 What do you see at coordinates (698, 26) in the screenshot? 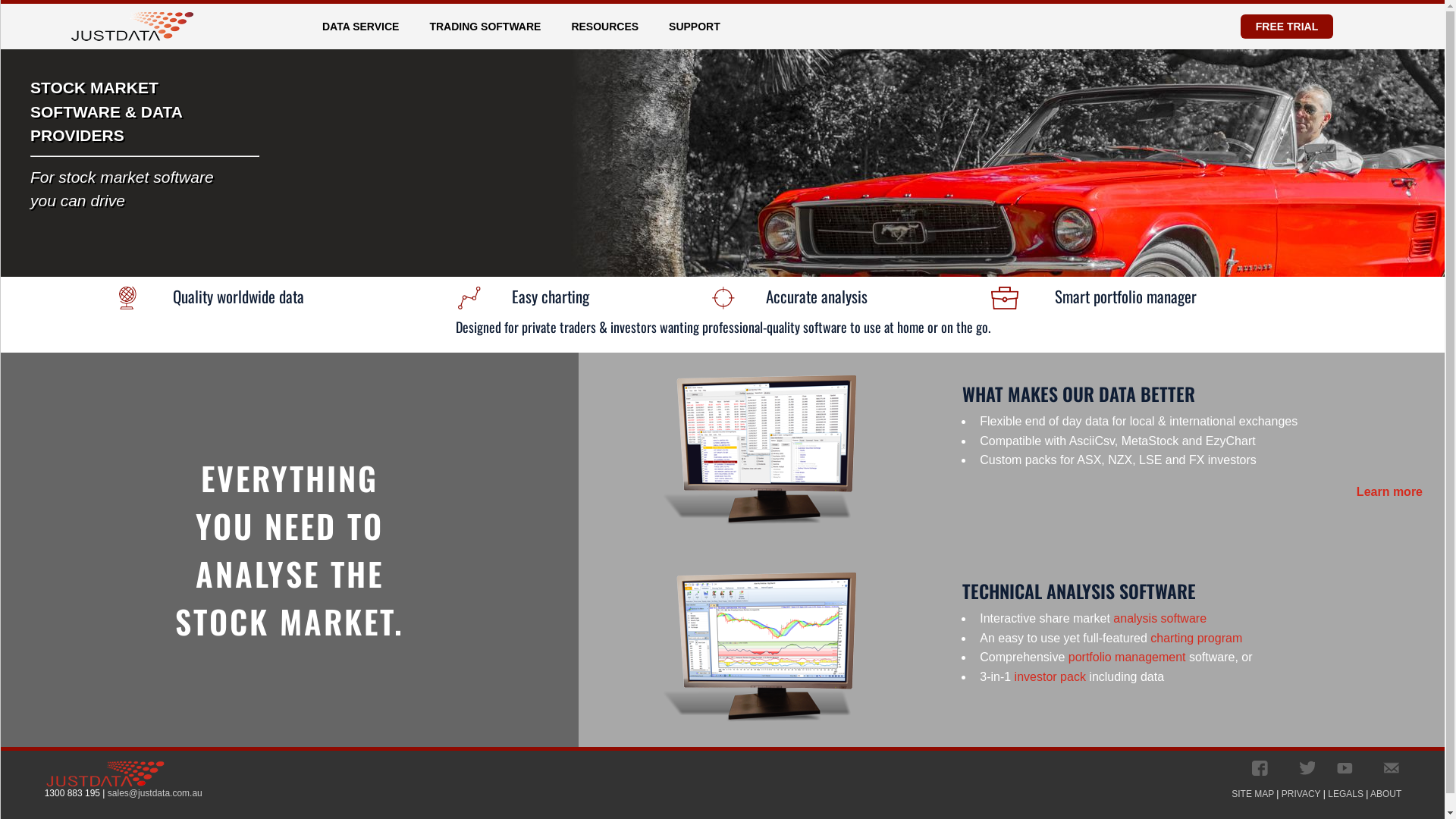
I see `'SUPPORT'` at bounding box center [698, 26].